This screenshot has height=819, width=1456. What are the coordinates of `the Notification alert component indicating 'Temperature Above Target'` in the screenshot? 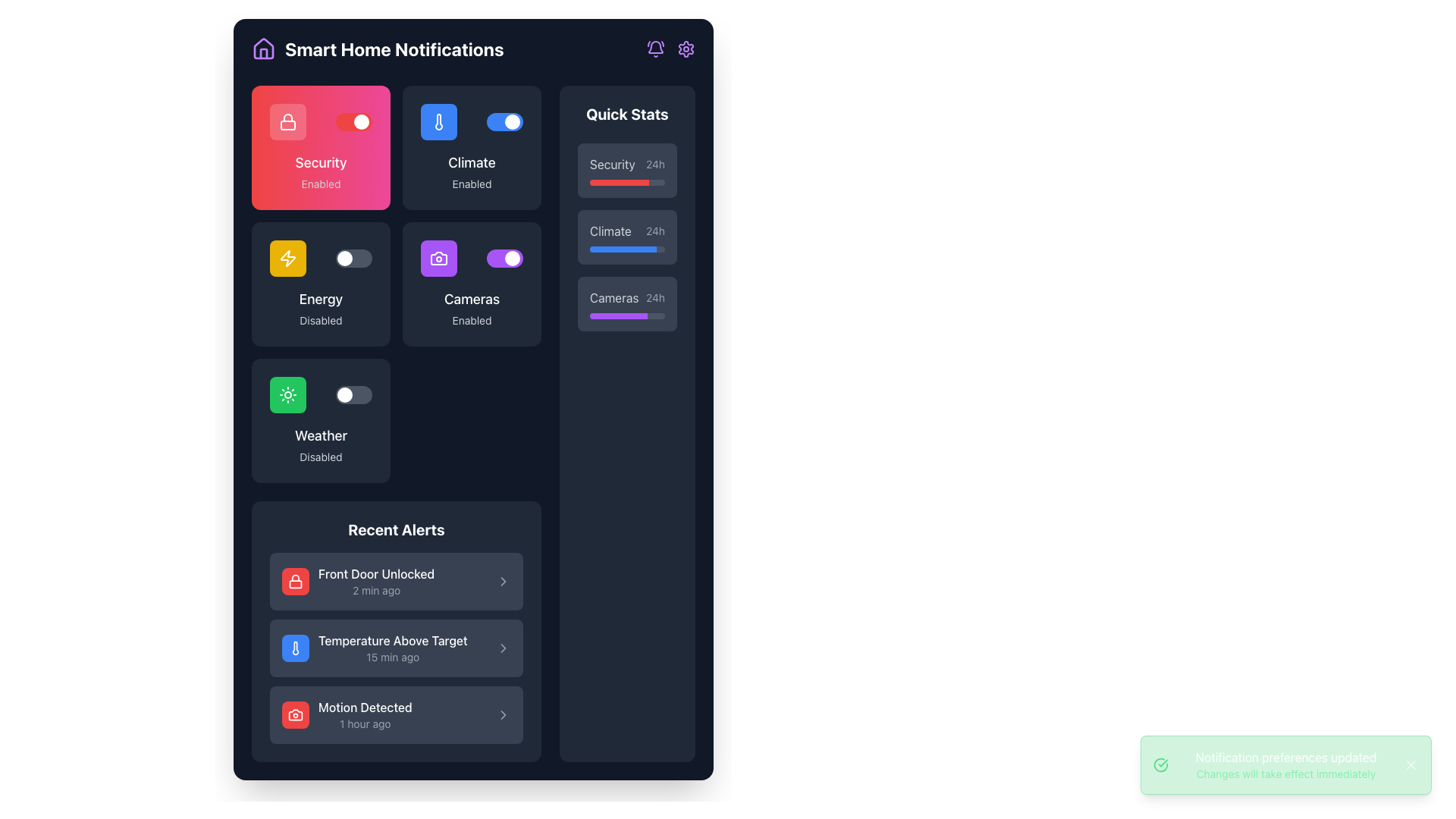 It's located at (375, 648).